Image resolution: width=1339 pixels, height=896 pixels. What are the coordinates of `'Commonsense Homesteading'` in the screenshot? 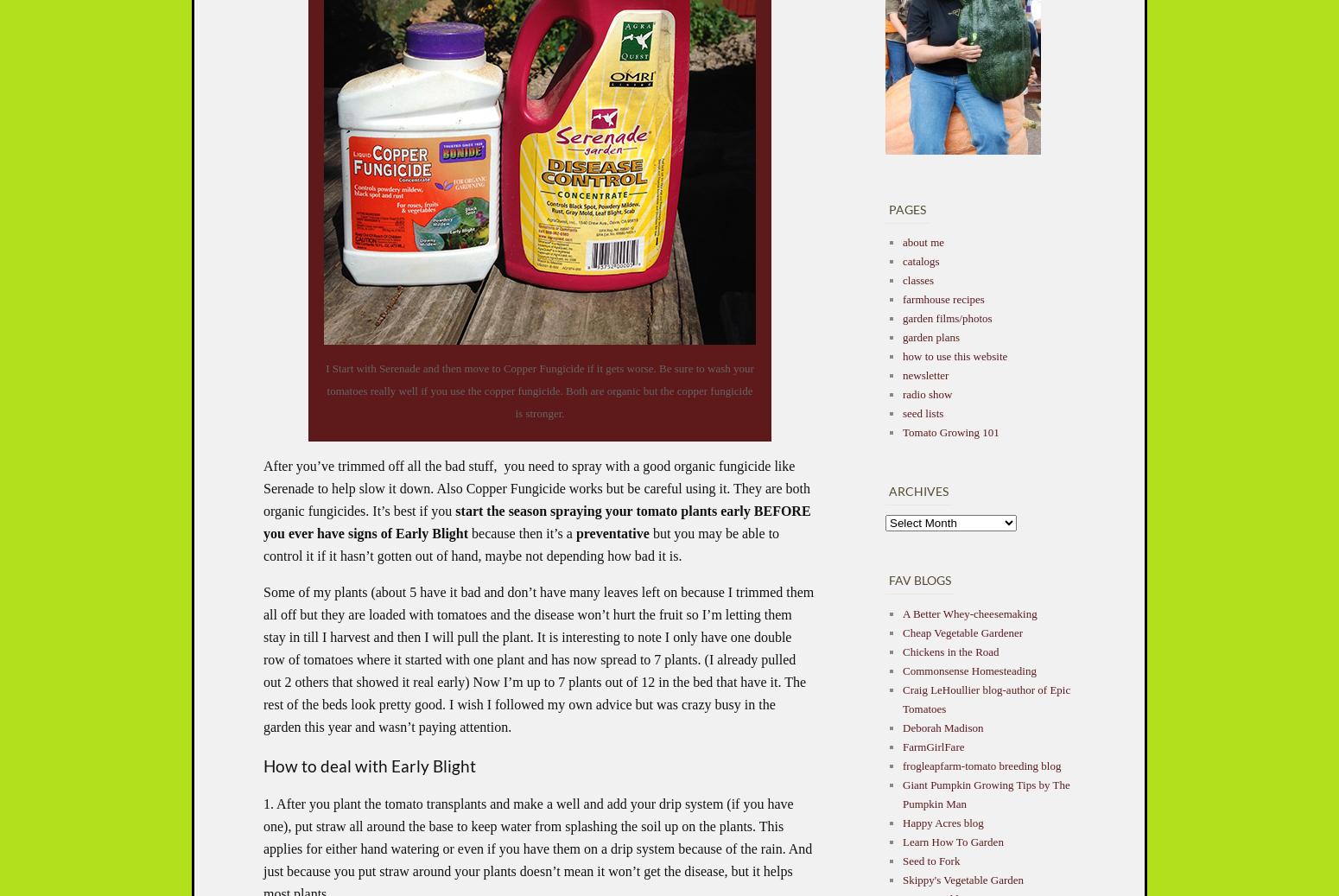 It's located at (968, 670).